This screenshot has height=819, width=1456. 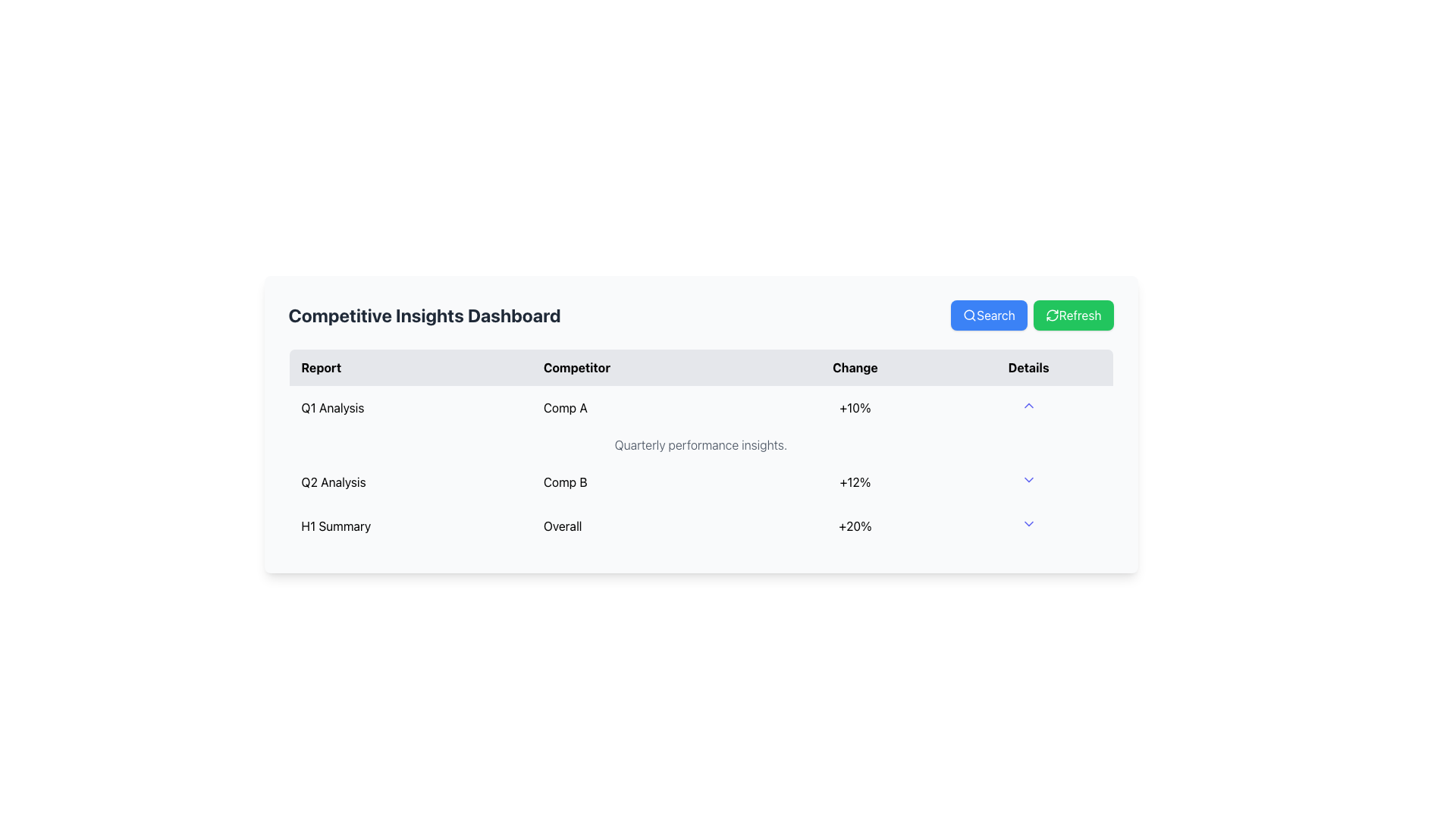 I want to click on the third row of the table displaying 'H1 Summary', 'Overall', a dot indicator, and '+20%' aligned to the right, so click(x=700, y=526).